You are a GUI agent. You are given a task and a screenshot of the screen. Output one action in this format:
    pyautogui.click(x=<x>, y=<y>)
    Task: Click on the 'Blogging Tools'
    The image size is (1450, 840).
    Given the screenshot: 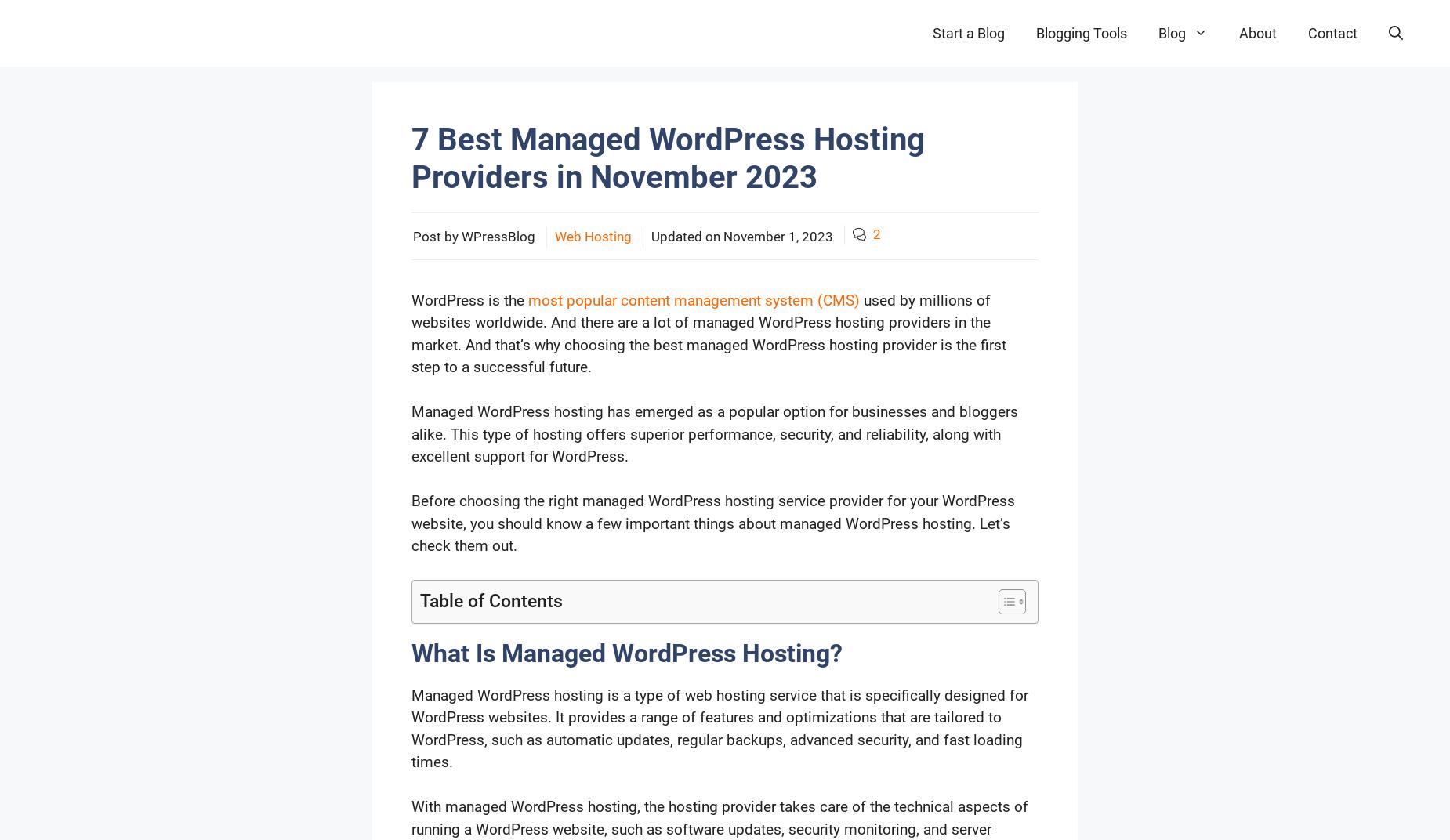 What is the action you would take?
    pyautogui.click(x=1035, y=32)
    